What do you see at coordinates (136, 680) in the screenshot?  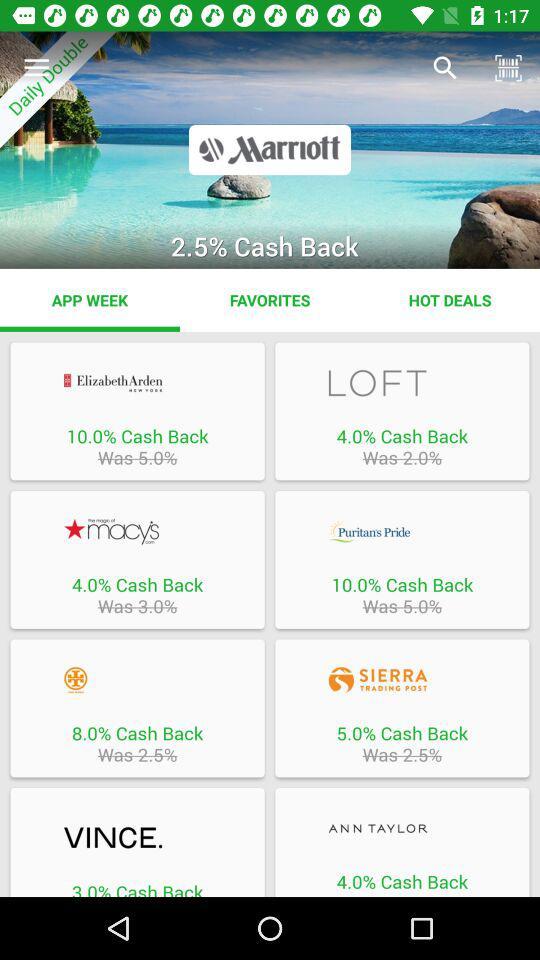 I see `this deal` at bounding box center [136, 680].